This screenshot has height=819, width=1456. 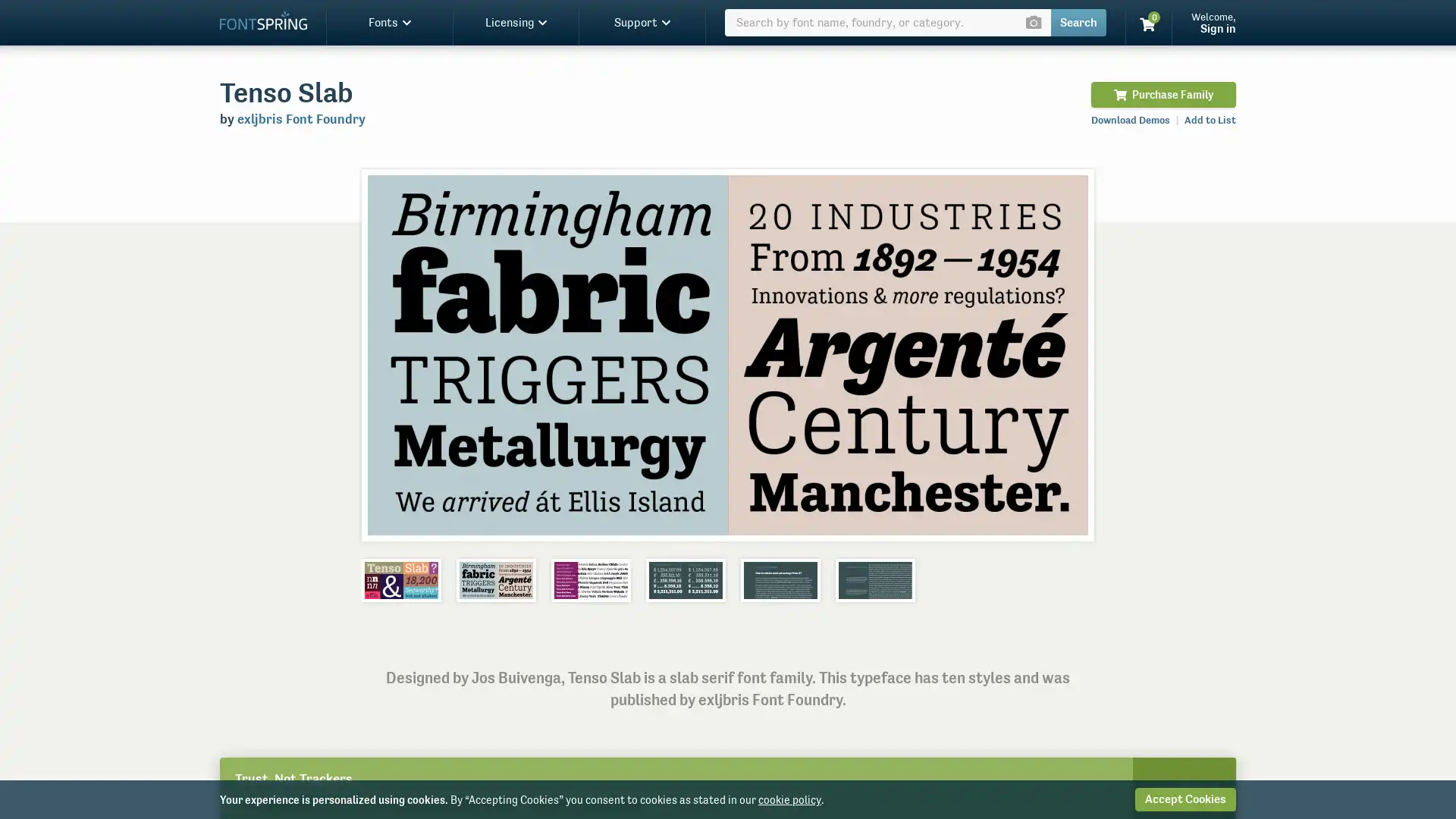 What do you see at coordinates (1163, 94) in the screenshot?
I see `Purchase Family` at bounding box center [1163, 94].